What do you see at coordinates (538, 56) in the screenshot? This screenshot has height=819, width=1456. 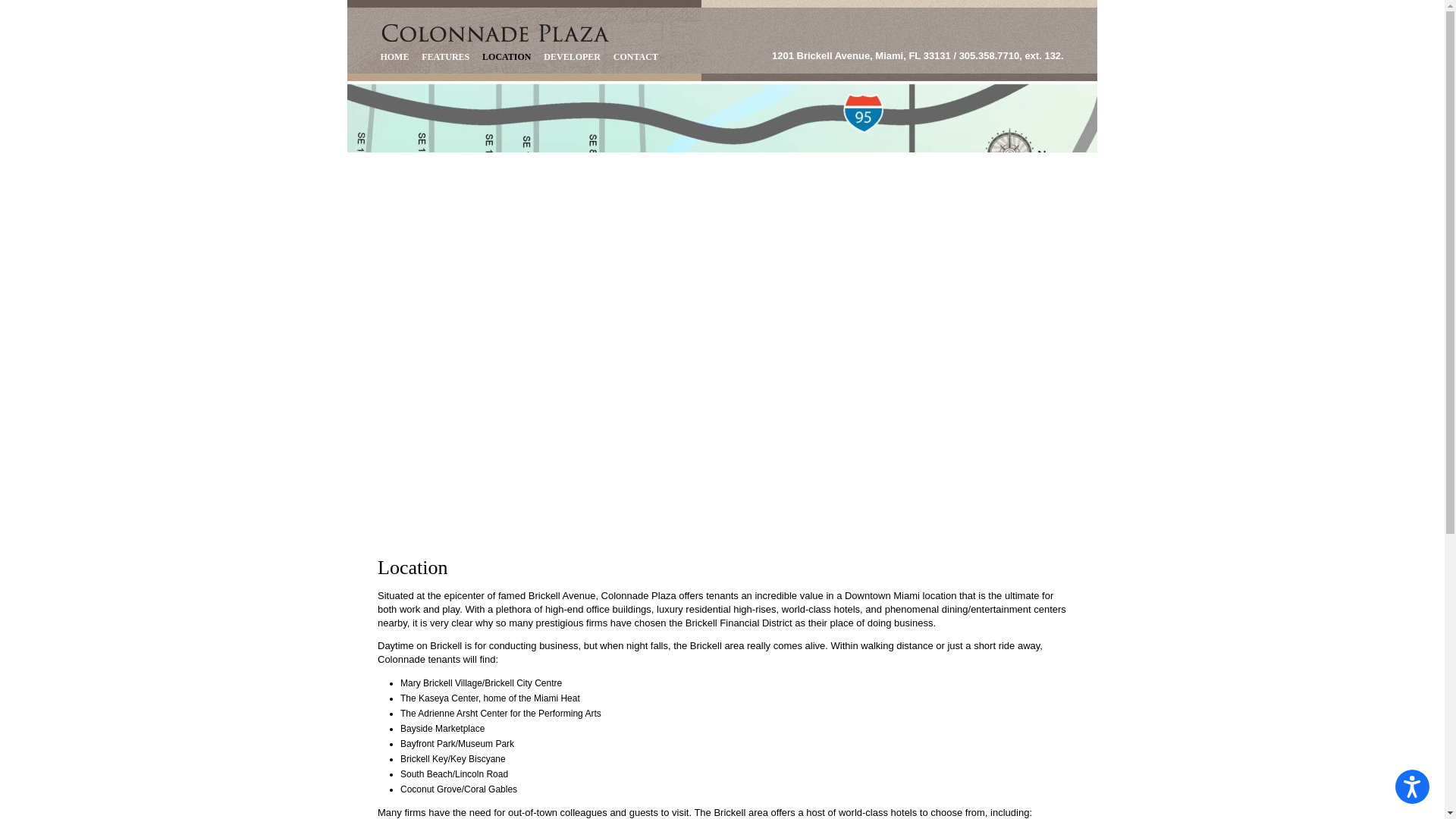 I see `'DEVELOPER'` at bounding box center [538, 56].